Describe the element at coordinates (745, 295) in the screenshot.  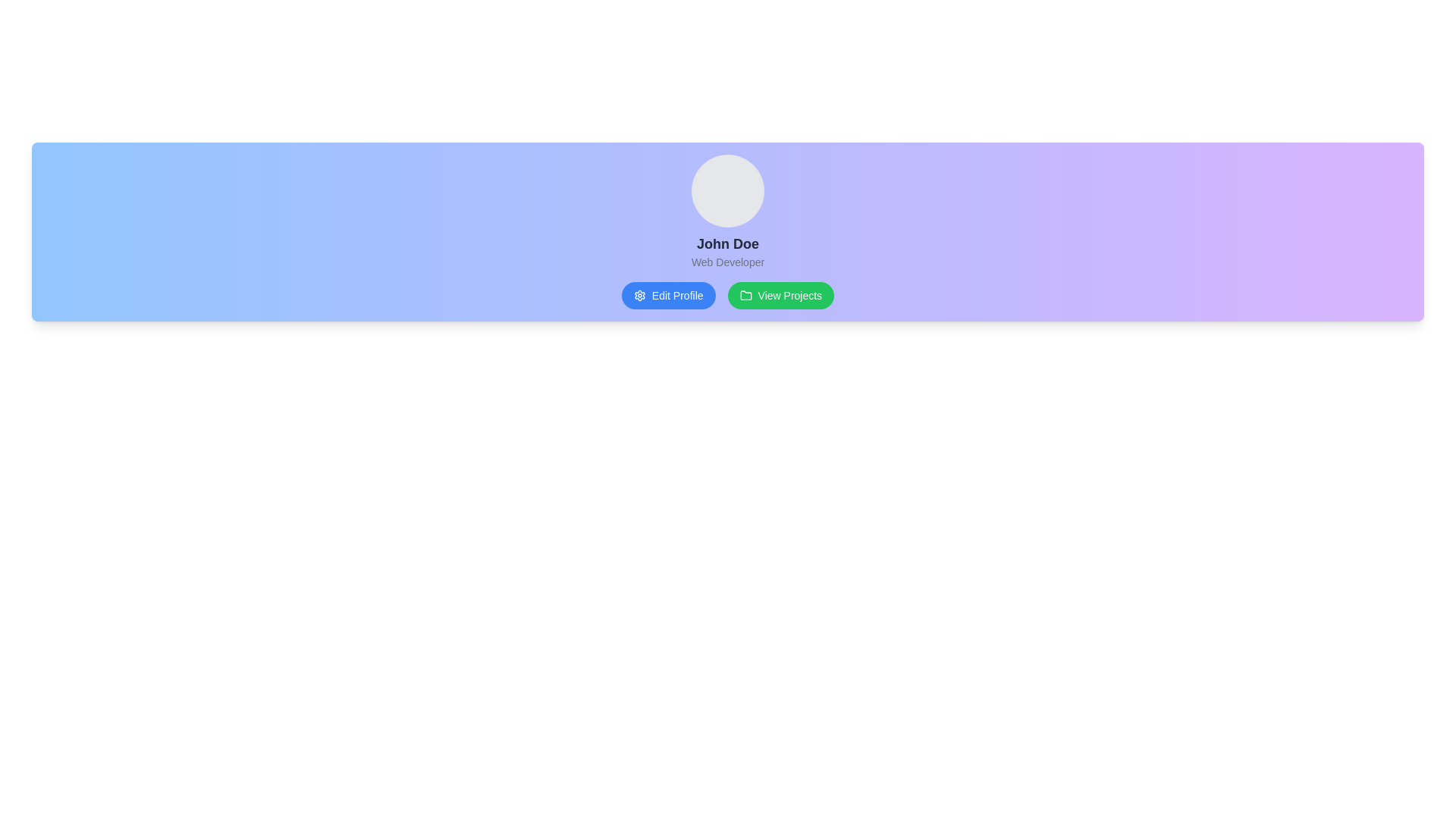
I see `the folder icon within the 'View Projects' button, which visually represents project browsing` at that location.